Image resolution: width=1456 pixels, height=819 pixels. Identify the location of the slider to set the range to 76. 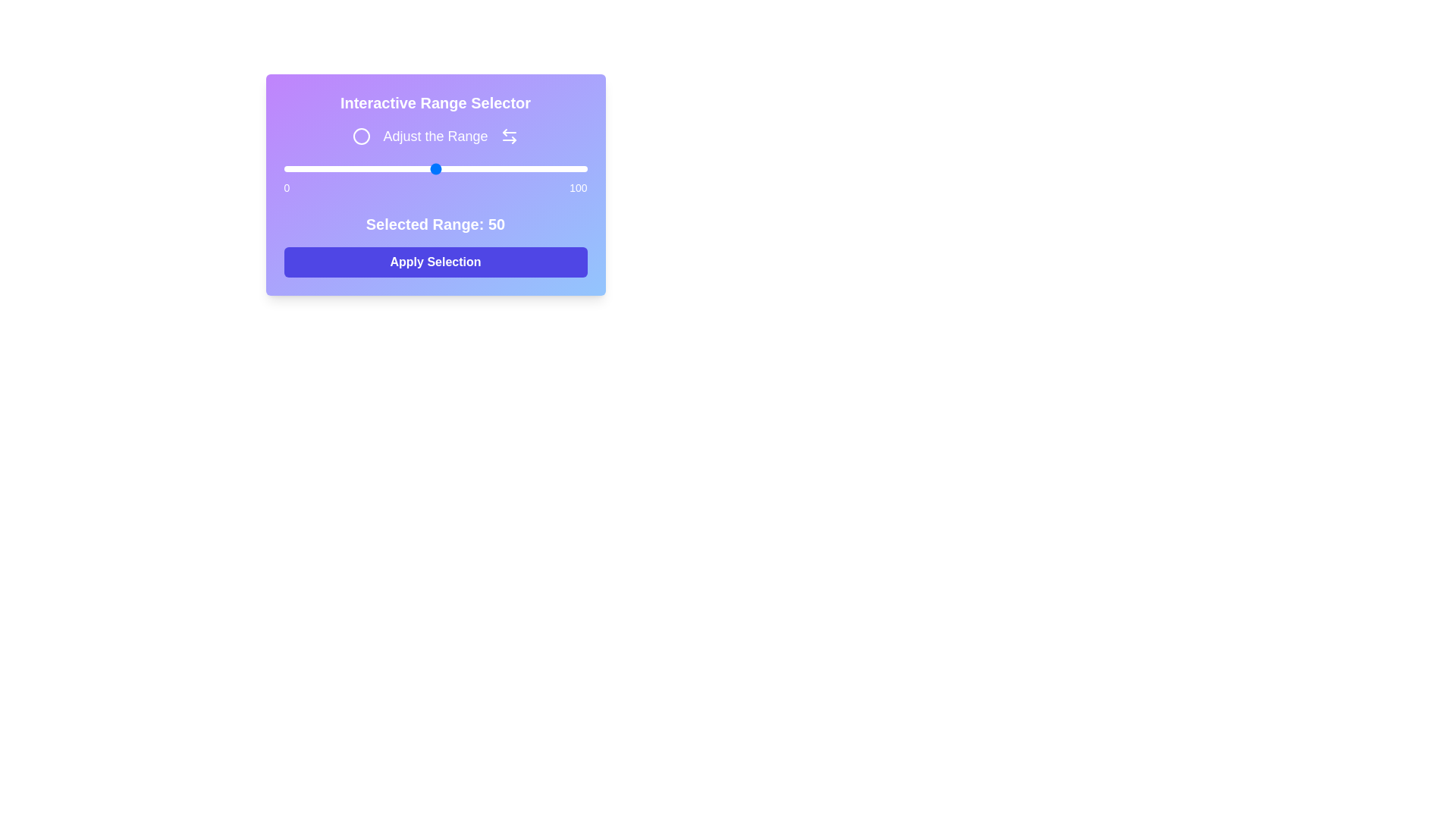
(514, 169).